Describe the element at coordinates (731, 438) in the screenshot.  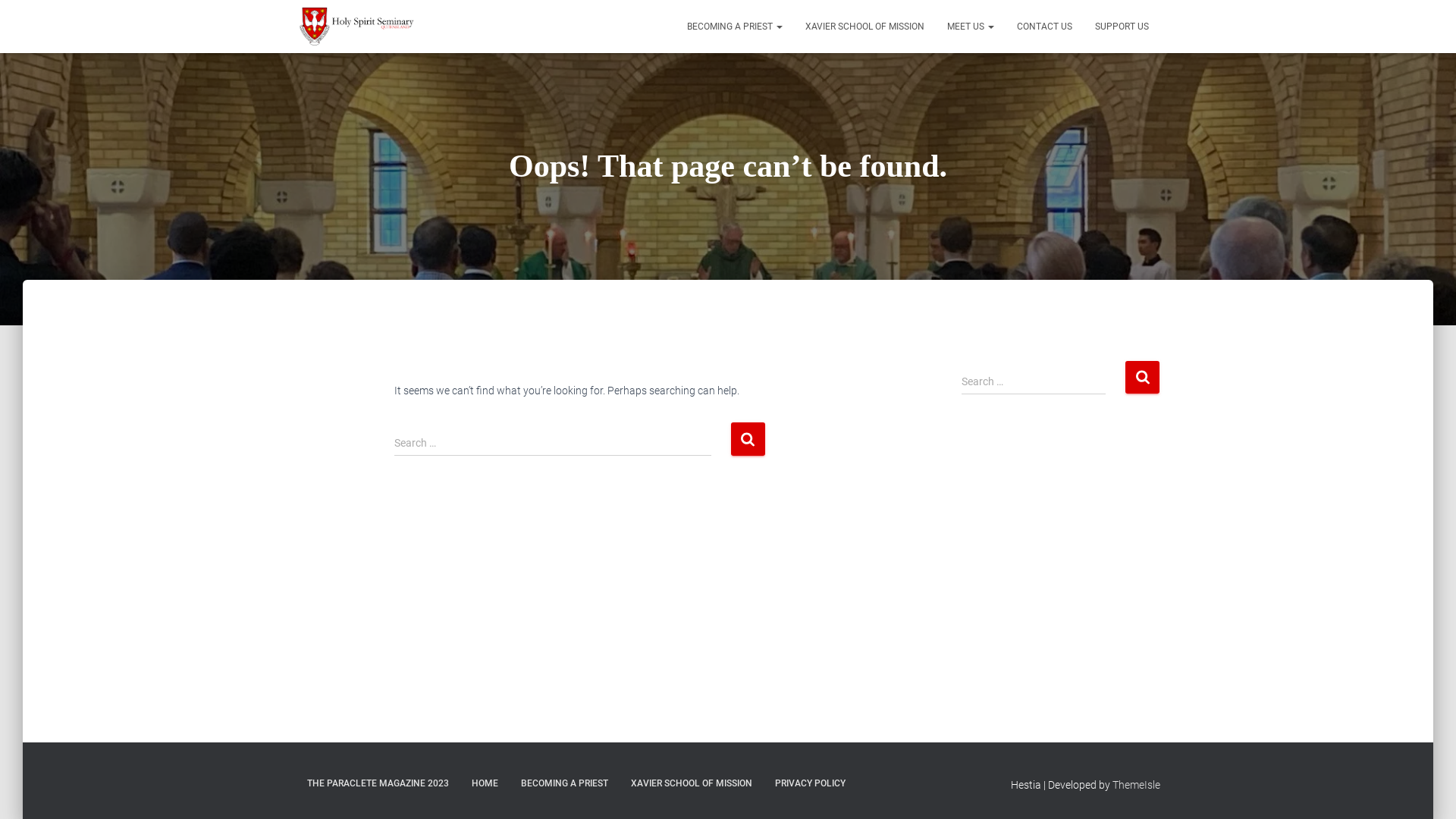
I see `'Search'` at that location.